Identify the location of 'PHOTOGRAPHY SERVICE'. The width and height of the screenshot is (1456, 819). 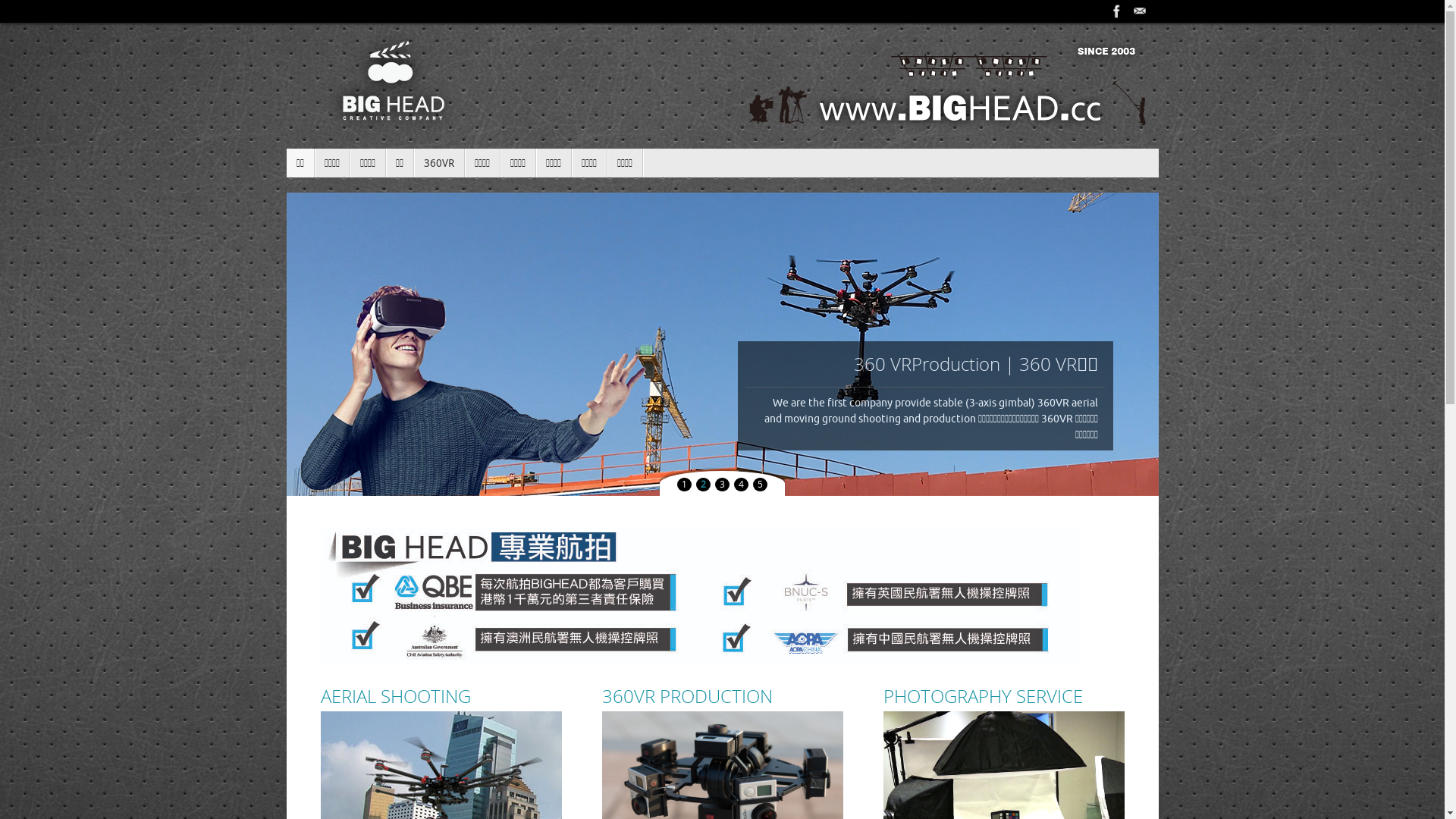
(1003, 696).